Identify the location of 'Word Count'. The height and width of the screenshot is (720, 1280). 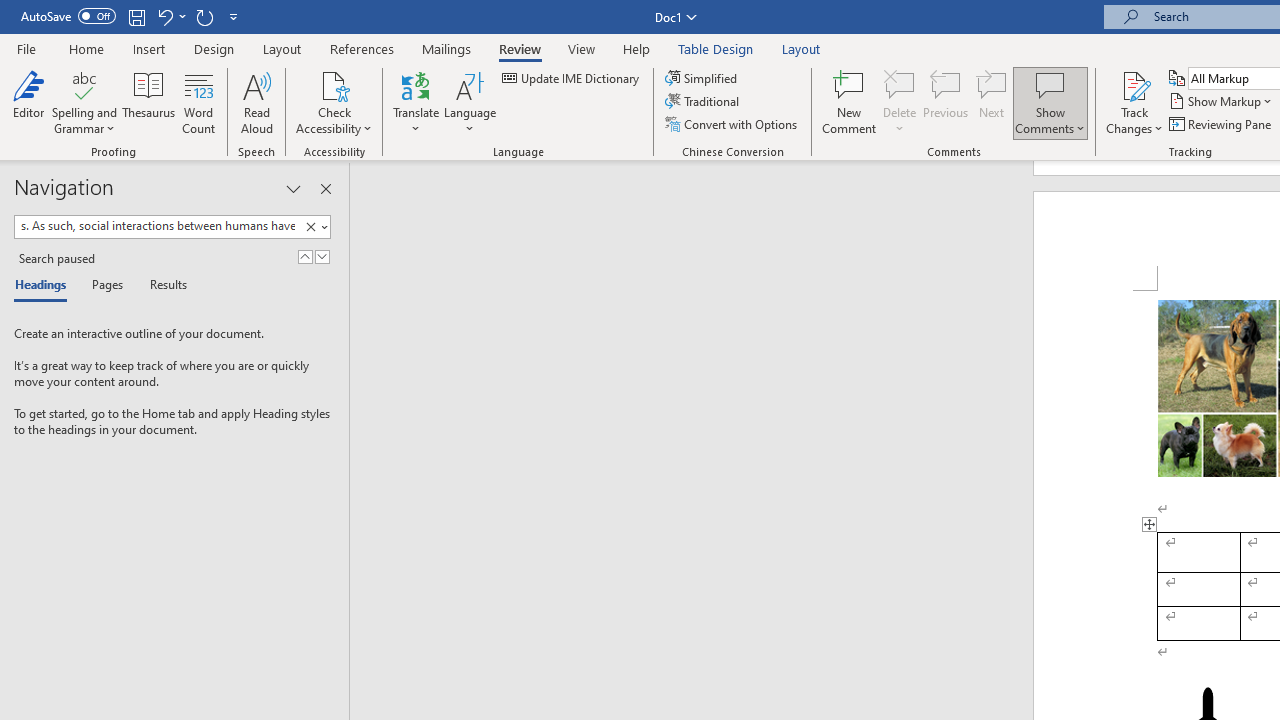
(199, 103).